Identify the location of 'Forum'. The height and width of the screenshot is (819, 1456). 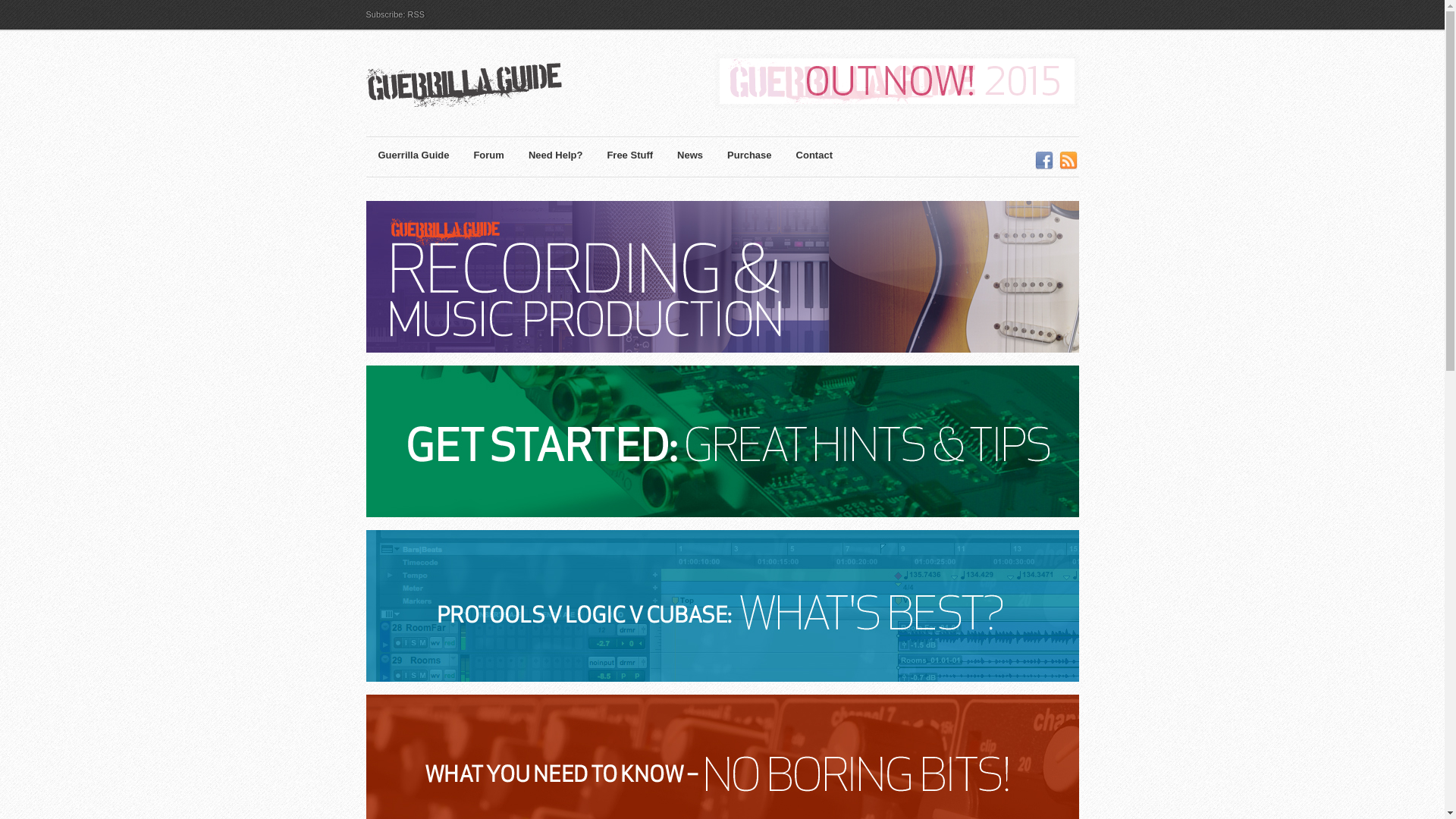
(488, 157).